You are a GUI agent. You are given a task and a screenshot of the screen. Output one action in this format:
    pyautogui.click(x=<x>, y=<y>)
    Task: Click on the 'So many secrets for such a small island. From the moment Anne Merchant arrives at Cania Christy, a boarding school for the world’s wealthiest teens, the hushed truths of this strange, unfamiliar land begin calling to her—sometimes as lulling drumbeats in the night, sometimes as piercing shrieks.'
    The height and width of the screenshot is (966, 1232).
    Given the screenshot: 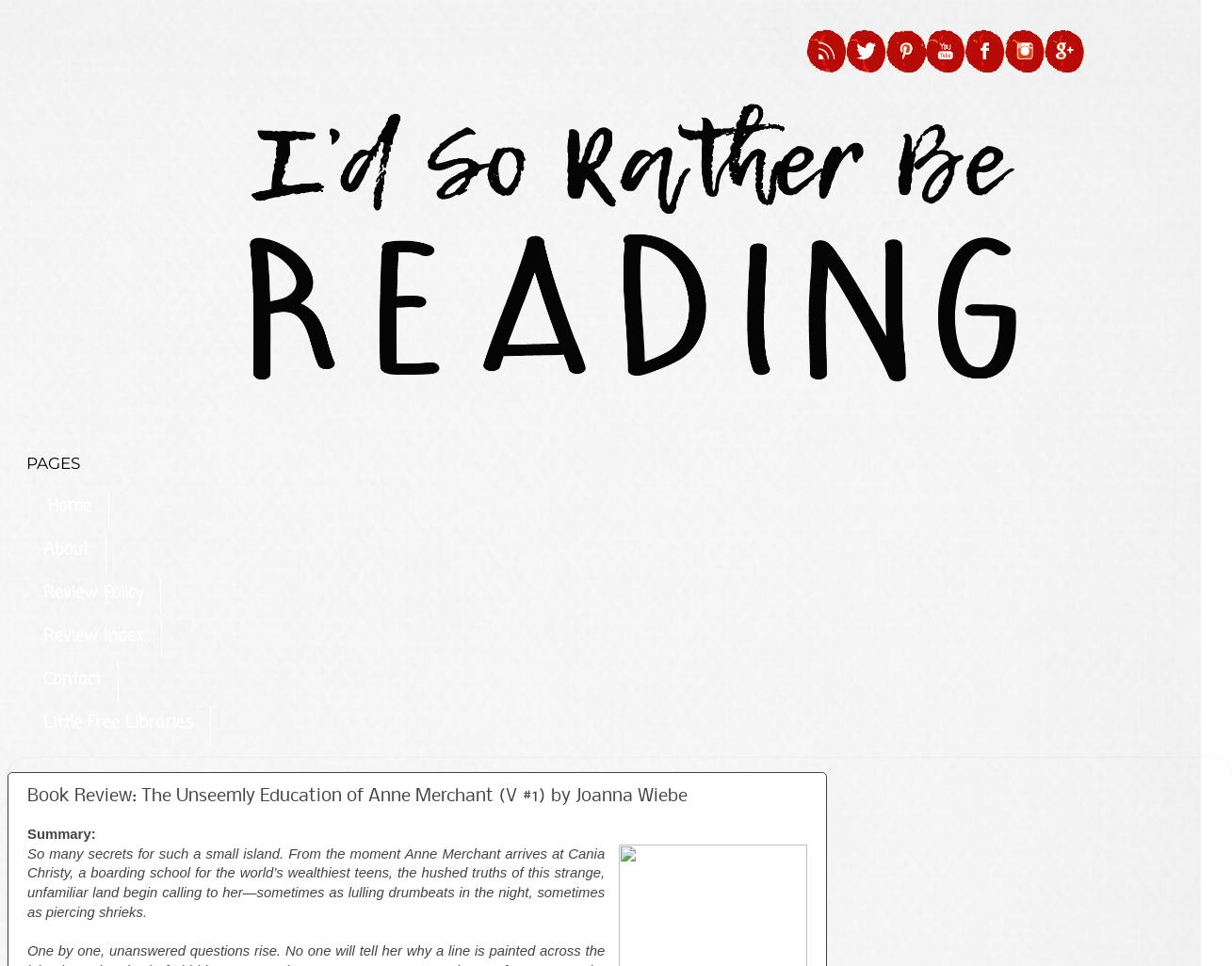 What is the action you would take?
    pyautogui.click(x=316, y=882)
    